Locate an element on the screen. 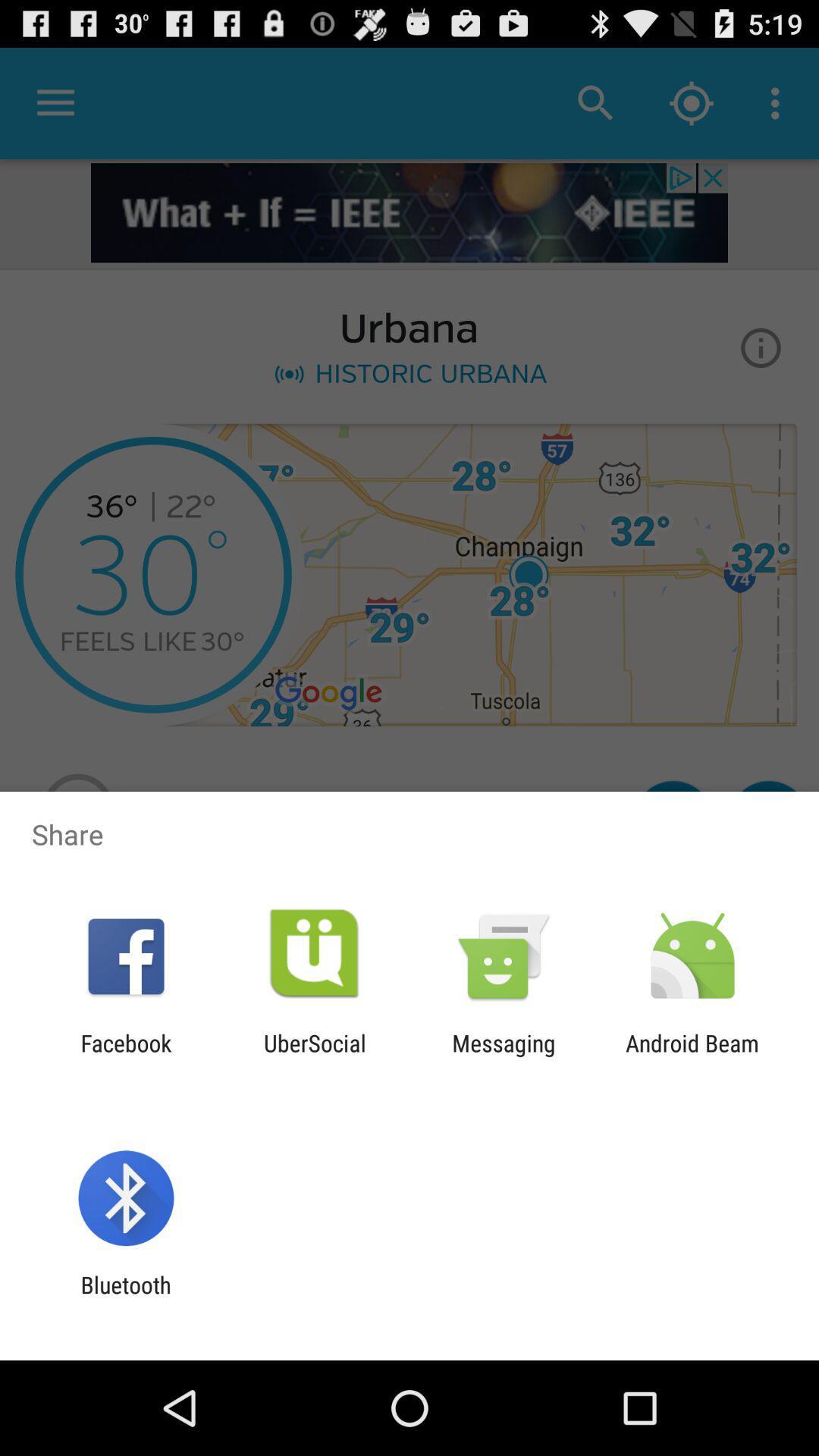 Image resolution: width=819 pixels, height=1456 pixels. ubersocial app is located at coordinates (314, 1056).